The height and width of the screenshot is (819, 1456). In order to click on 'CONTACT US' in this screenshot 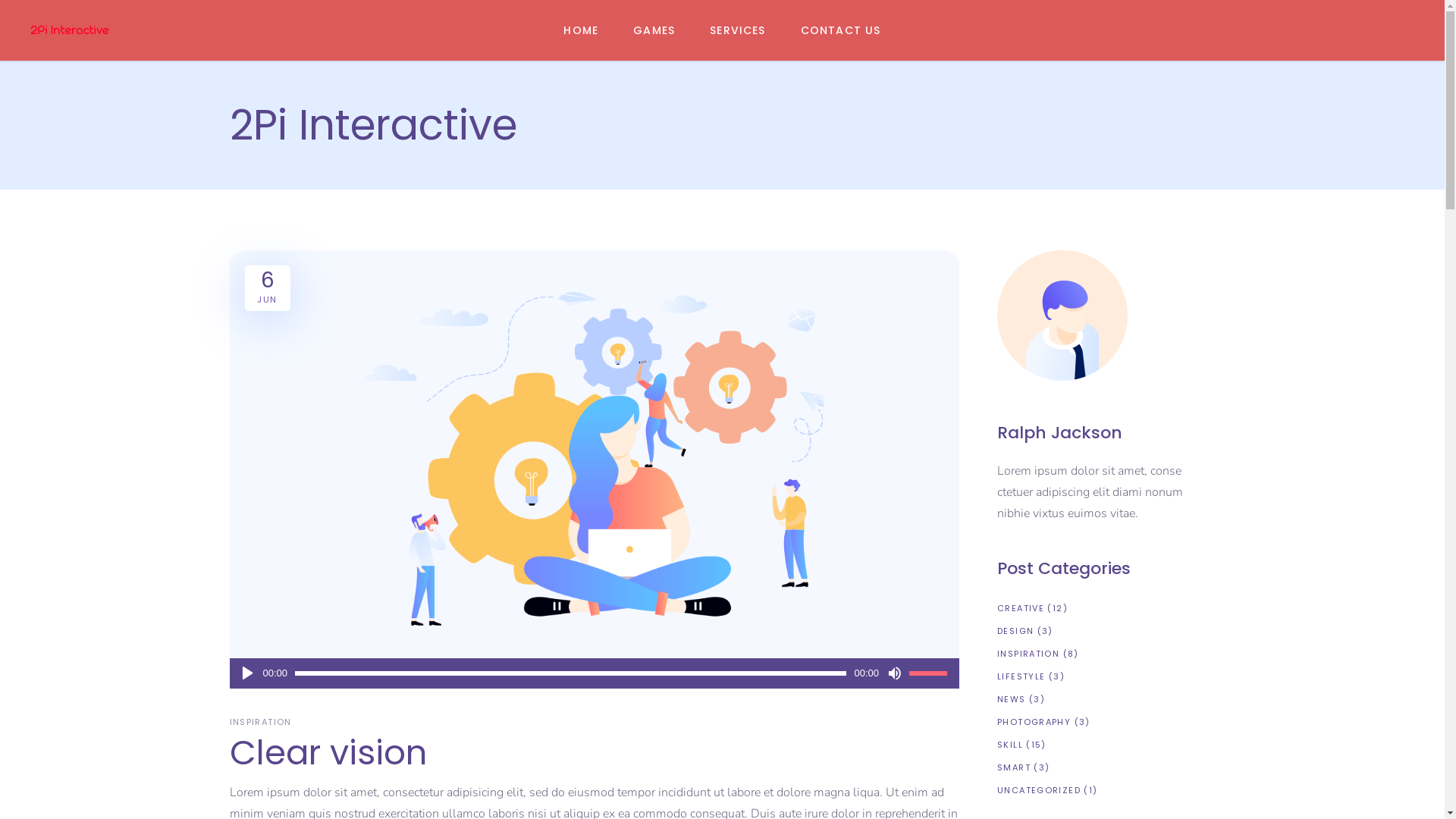, I will do `click(783, 30)`.